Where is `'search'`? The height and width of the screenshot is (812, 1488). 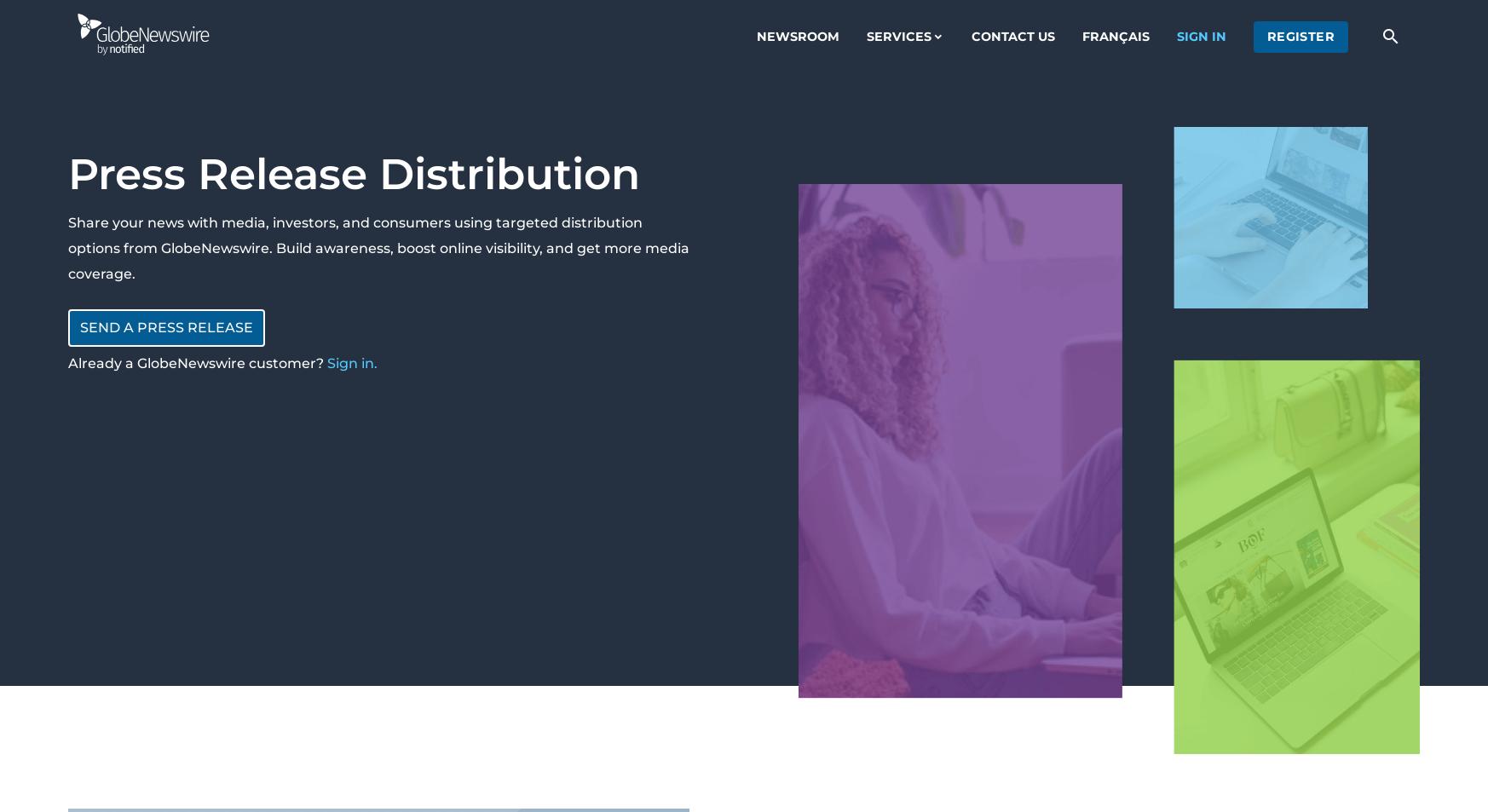 'search' is located at coordinates (1389, 35).